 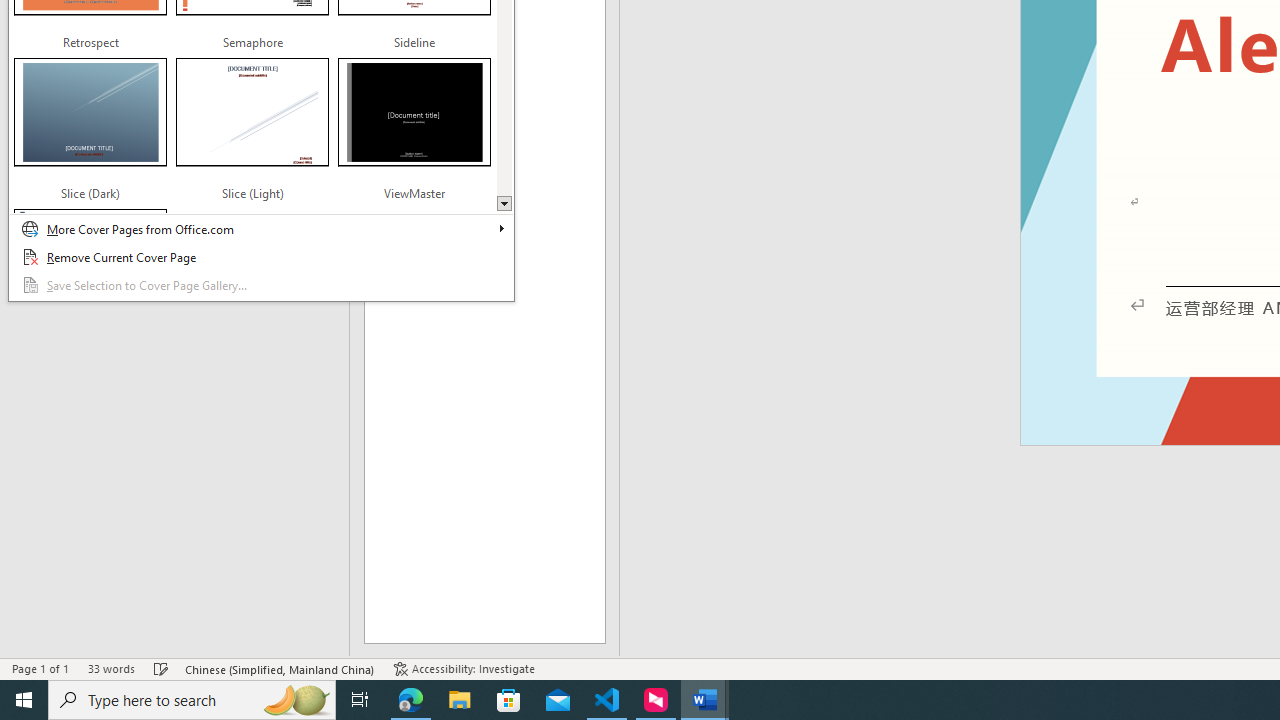 I want to click on 'Microsoft Store', so click(x=509, y=698).